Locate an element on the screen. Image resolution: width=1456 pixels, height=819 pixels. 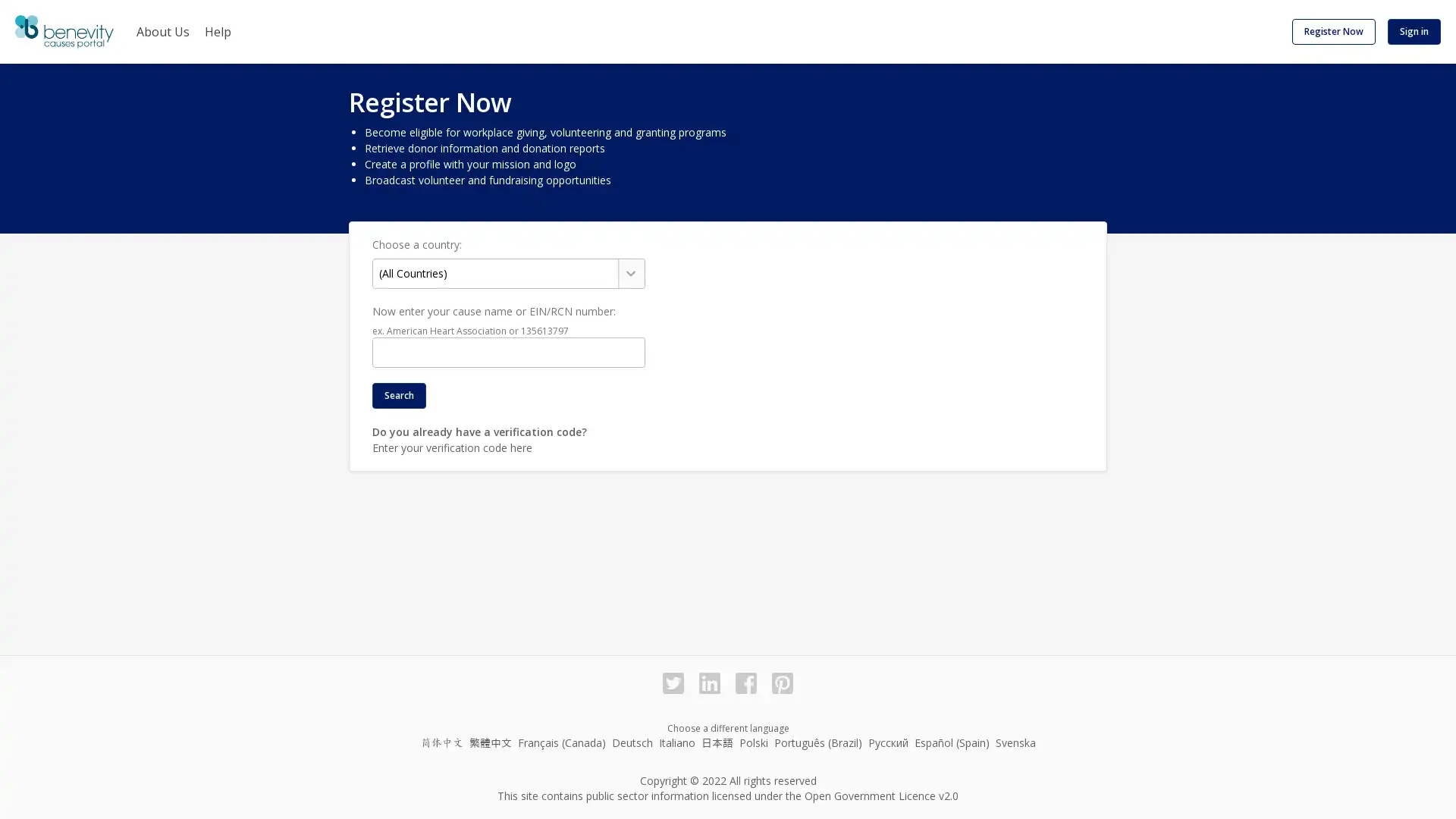
Search is located at coordinates (399, 394).